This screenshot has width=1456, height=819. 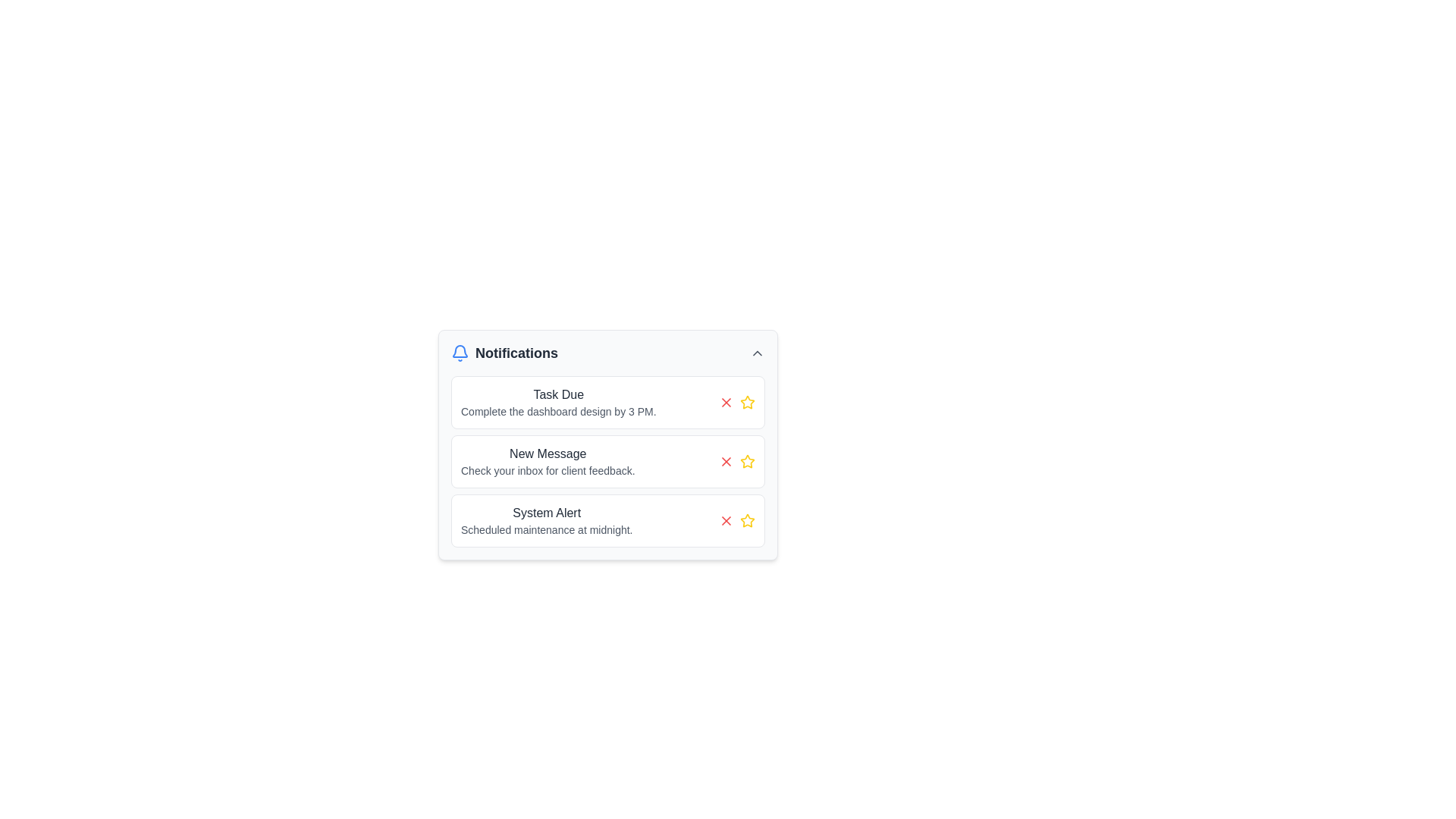 What do you see at coordinates (547, 461) in the screenshot?
I see `the second Text Block in the Notifications section that provides information about a notification, which is positioned between 'Task Due' and 'System Alert'` at bounding box center [547, 461].